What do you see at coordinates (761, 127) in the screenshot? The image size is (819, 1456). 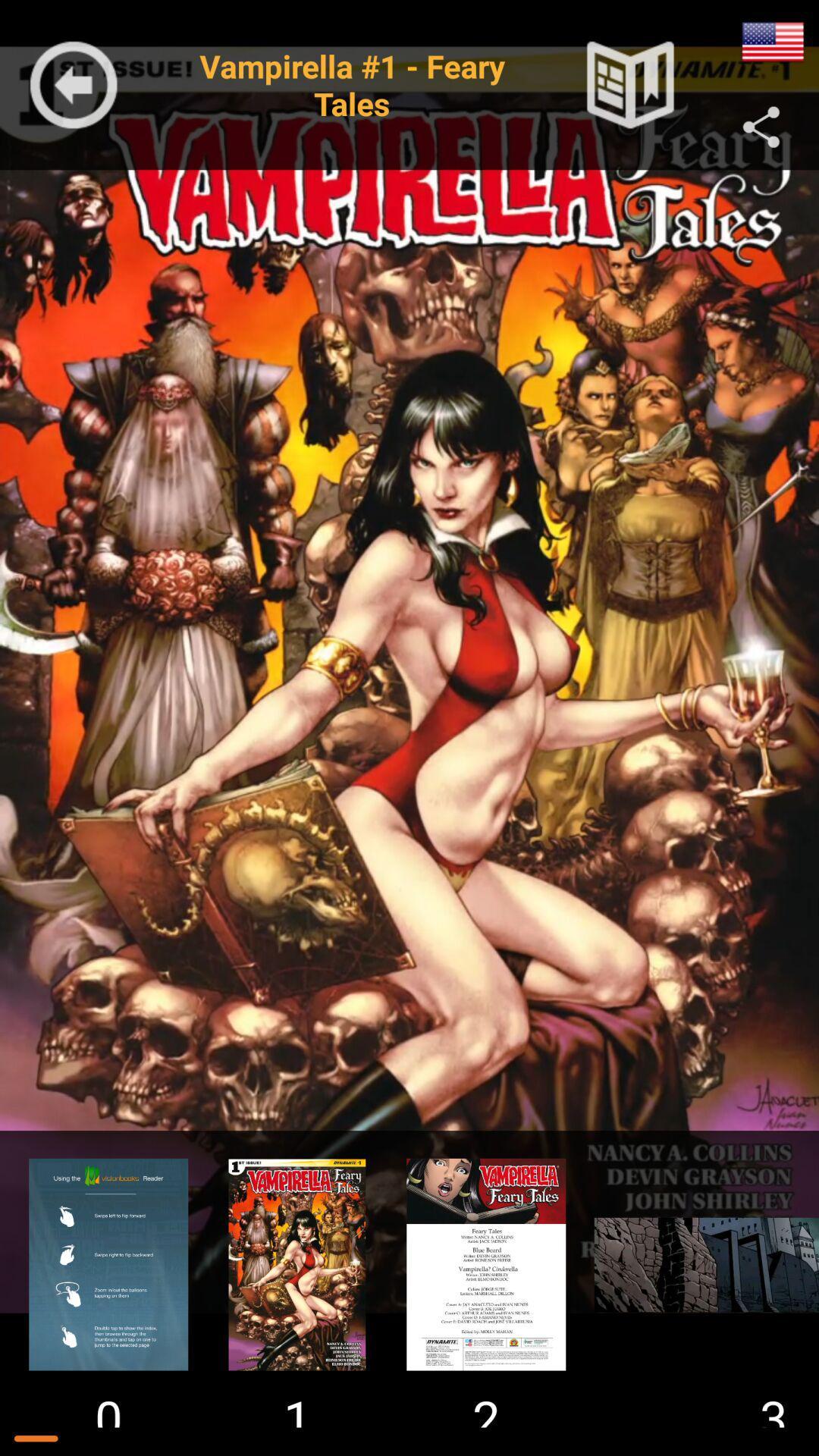 I see `share on social media` at bounding box center [761, 127].